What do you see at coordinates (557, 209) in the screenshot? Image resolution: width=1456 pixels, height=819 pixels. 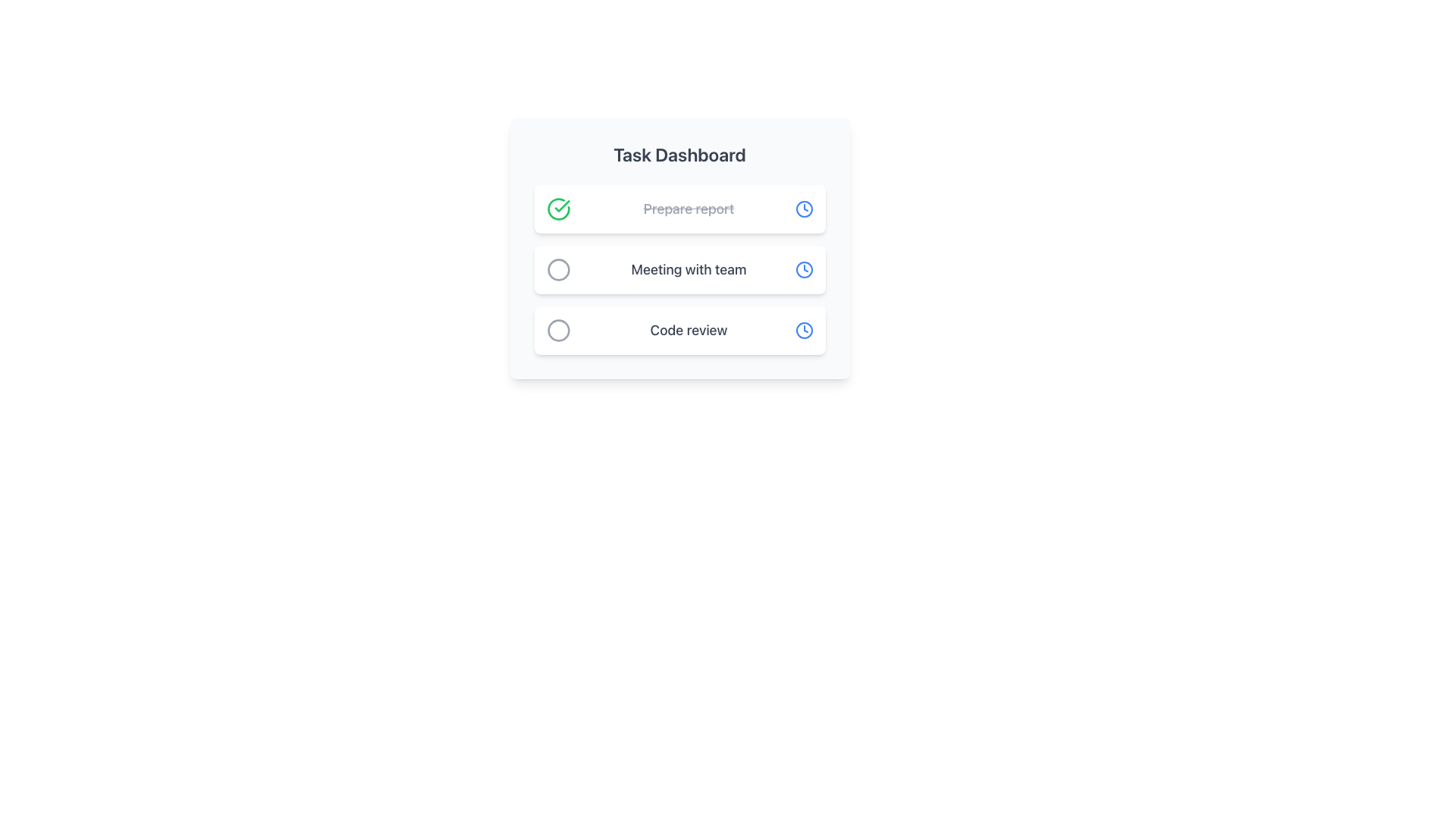 I see `the green circular icon with a checkmark located to the left of the strikethrough text 'Prepare report'` at bounding box center [557, 209].